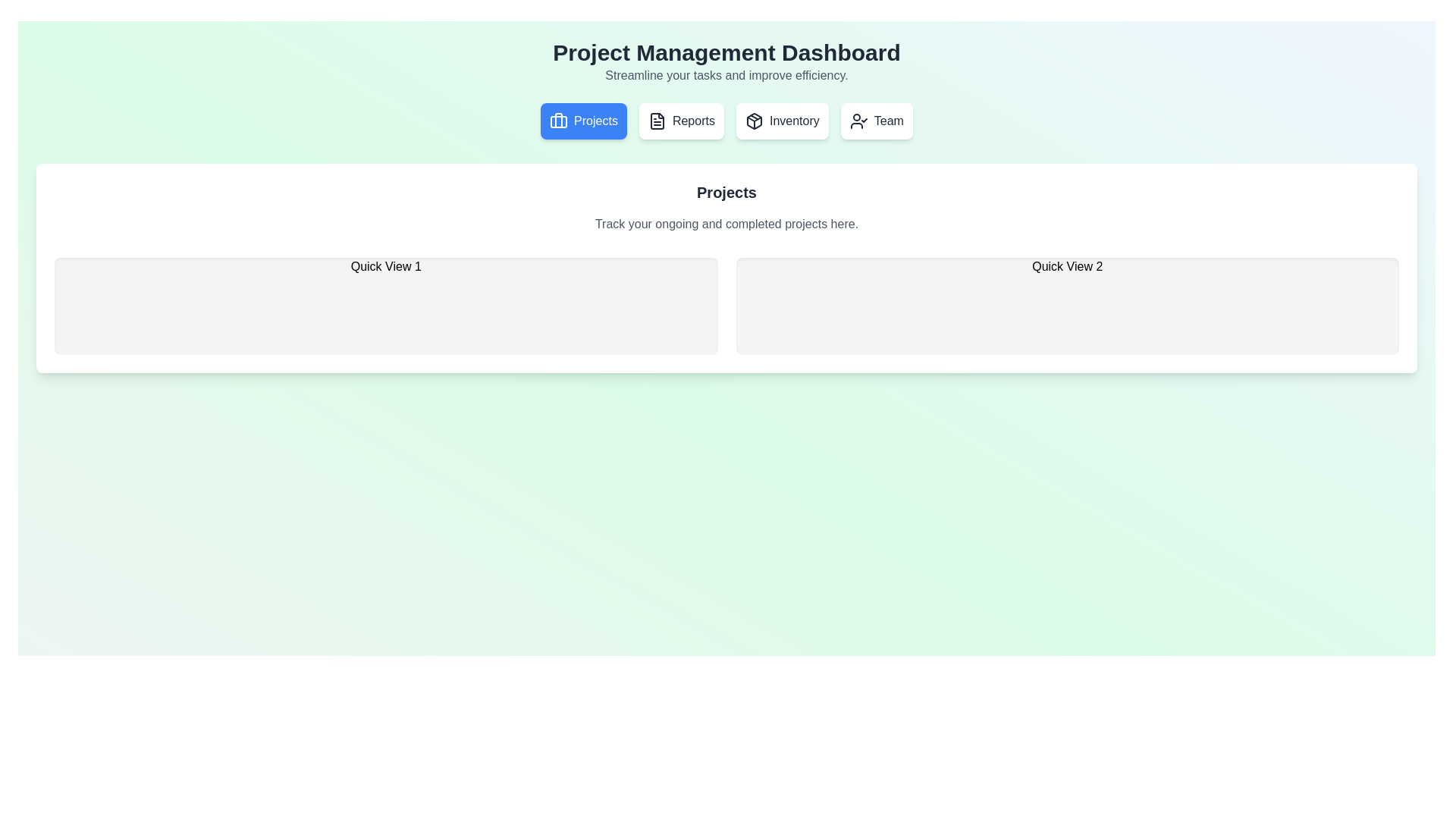  Describe the element at coordinates (754, 120) in the screenshot. I see `the iconographic button represented by a cube-like symbol, which is the third button from the left in the top section of the interface` at that location.